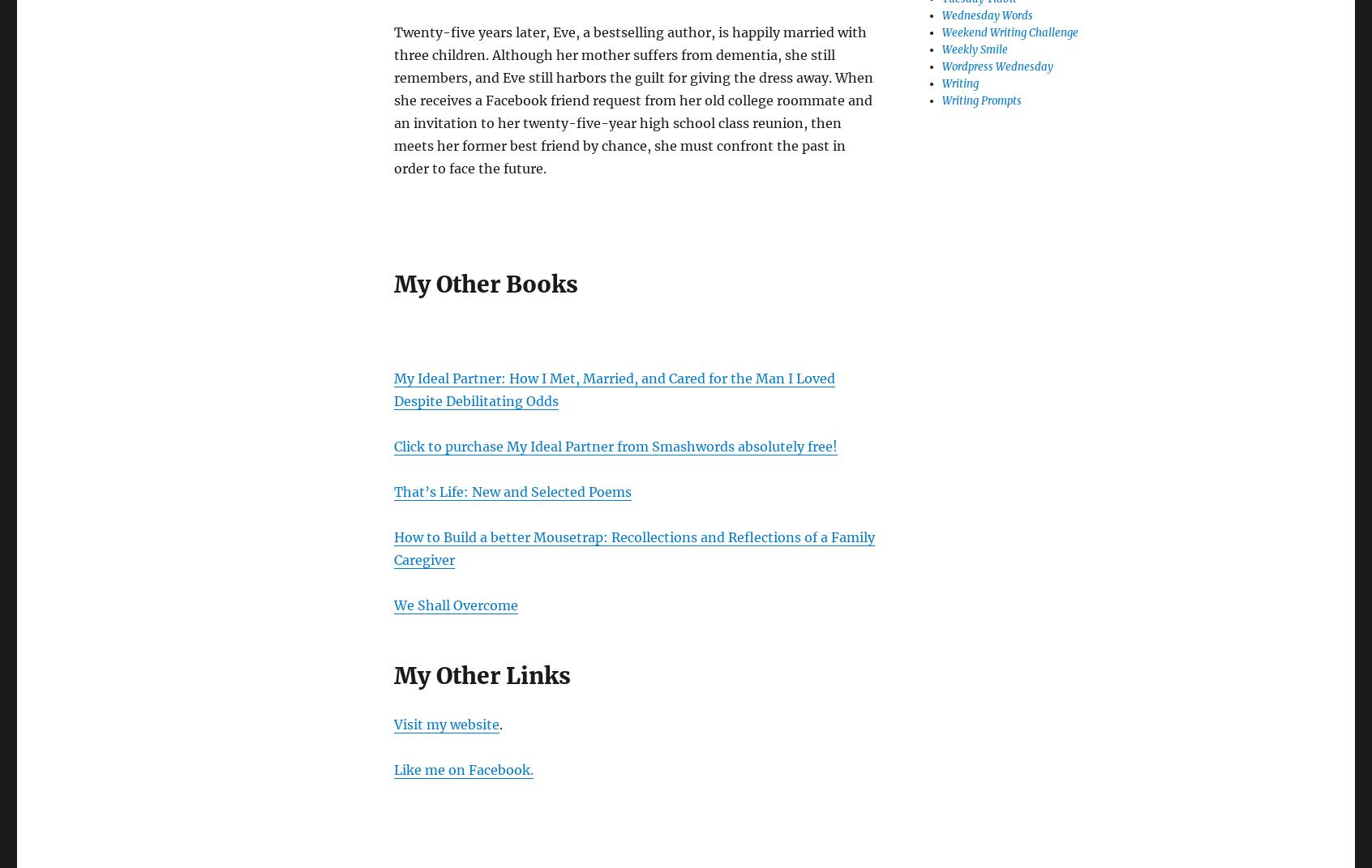 The width and height of the screenshot is (1372, 868). What do you see at coordinates (392, 547) in the screenshot?
I see `'How to Build a better Mousetrap: Recollections and Reflections of a Family Caregiver'` at bounding box center [392, 547].